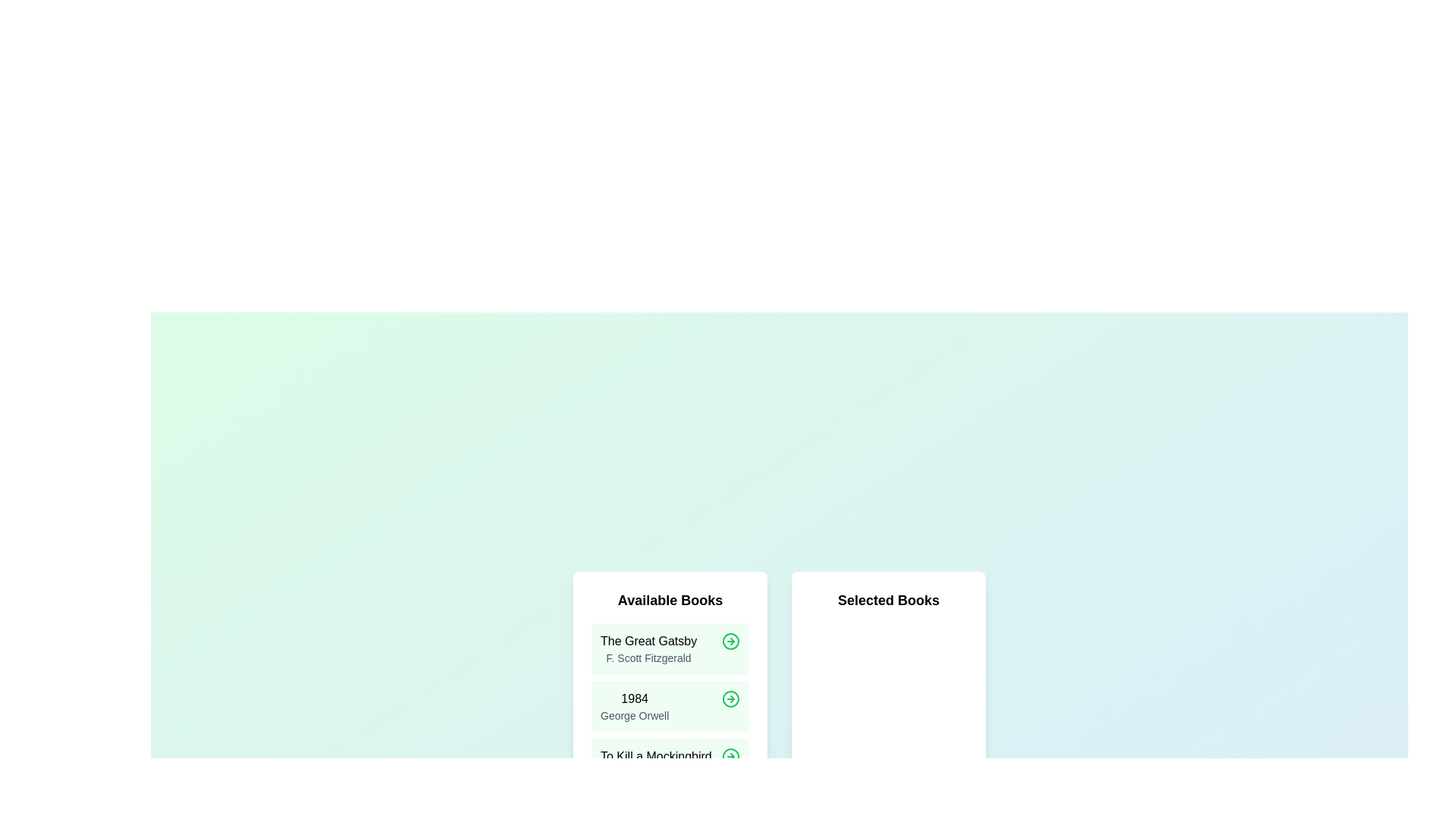 The width and height of the screenshot is (1456, 819). I want to click on the green arrow button next to the book titled The Great Gatsby in the available list to move it to the selected list, so click(731, 641).